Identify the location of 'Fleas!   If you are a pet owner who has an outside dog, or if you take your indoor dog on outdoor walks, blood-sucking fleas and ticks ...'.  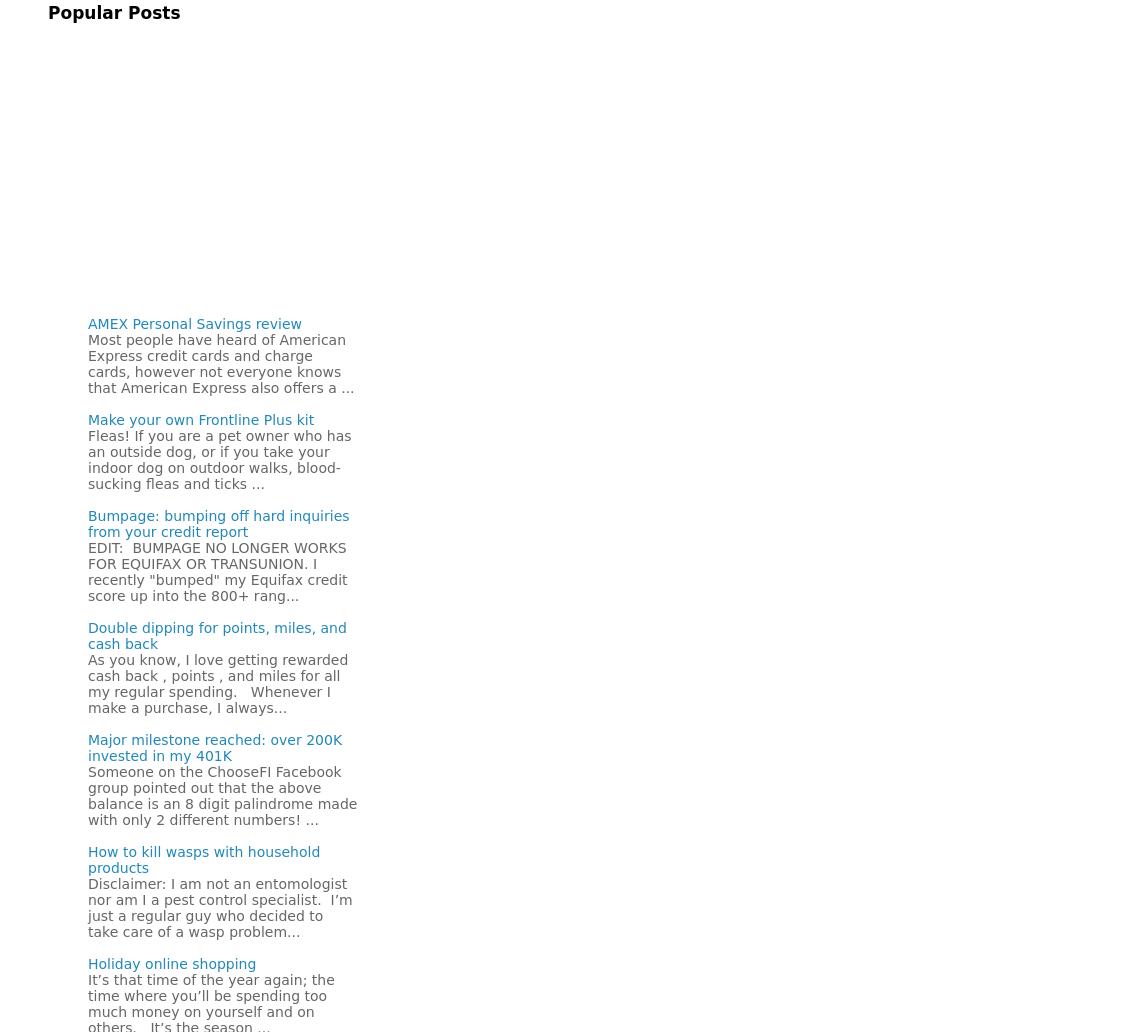
(218, 458).